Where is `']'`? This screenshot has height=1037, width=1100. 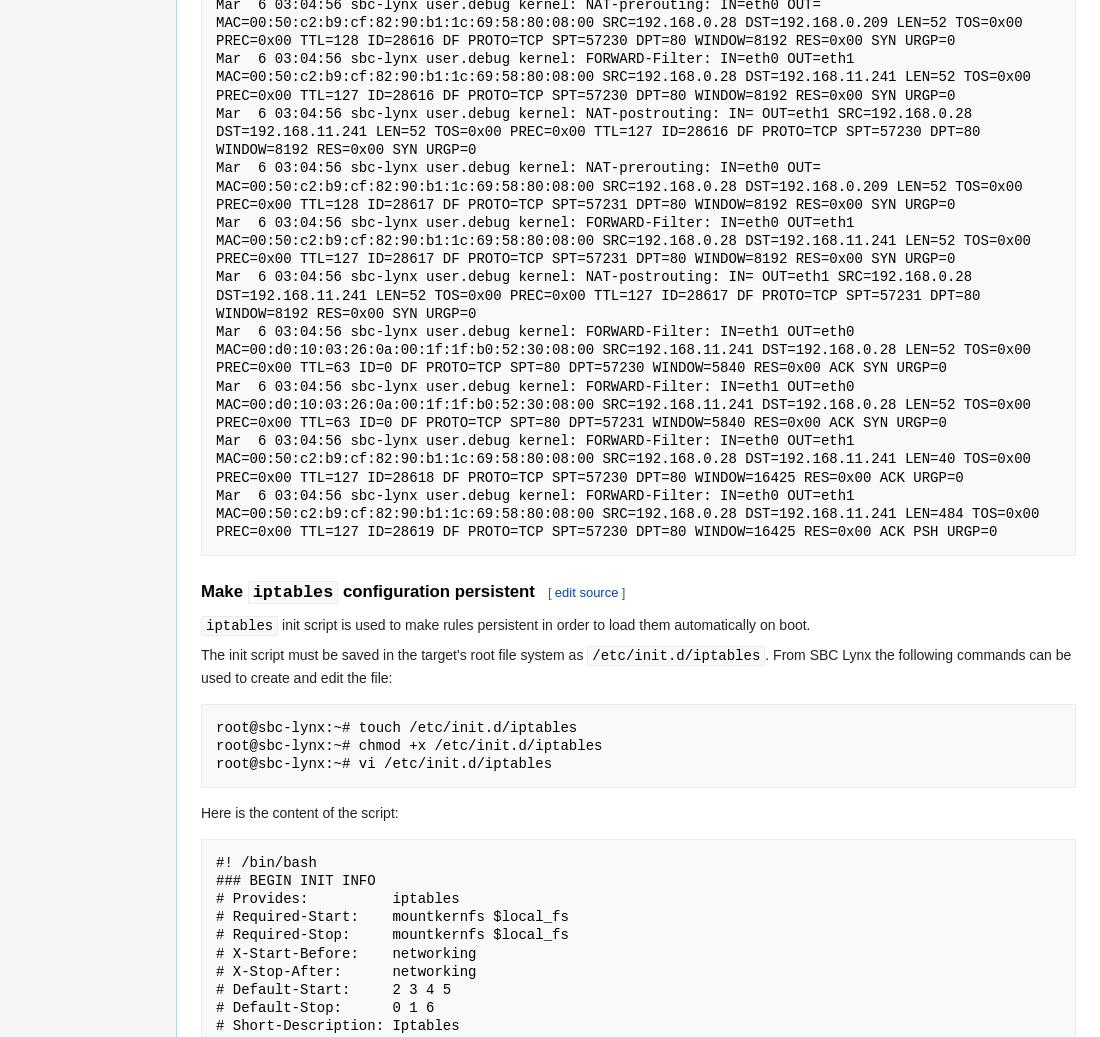
']' is located at coordinates (623, 591).